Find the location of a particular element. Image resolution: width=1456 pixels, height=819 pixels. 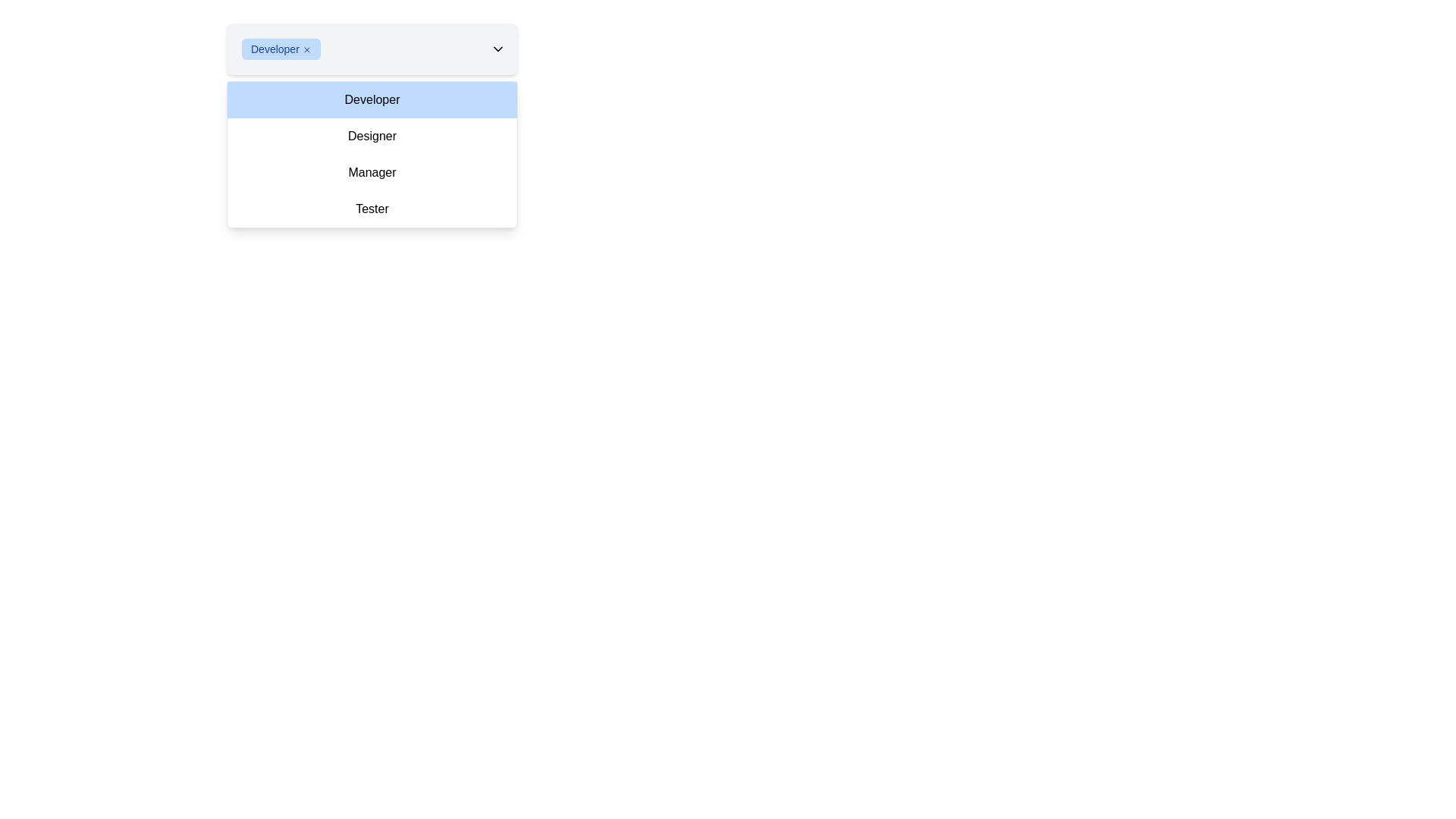

the 'x' icon on the Tag with removal option is located at coordinates (281, 49).